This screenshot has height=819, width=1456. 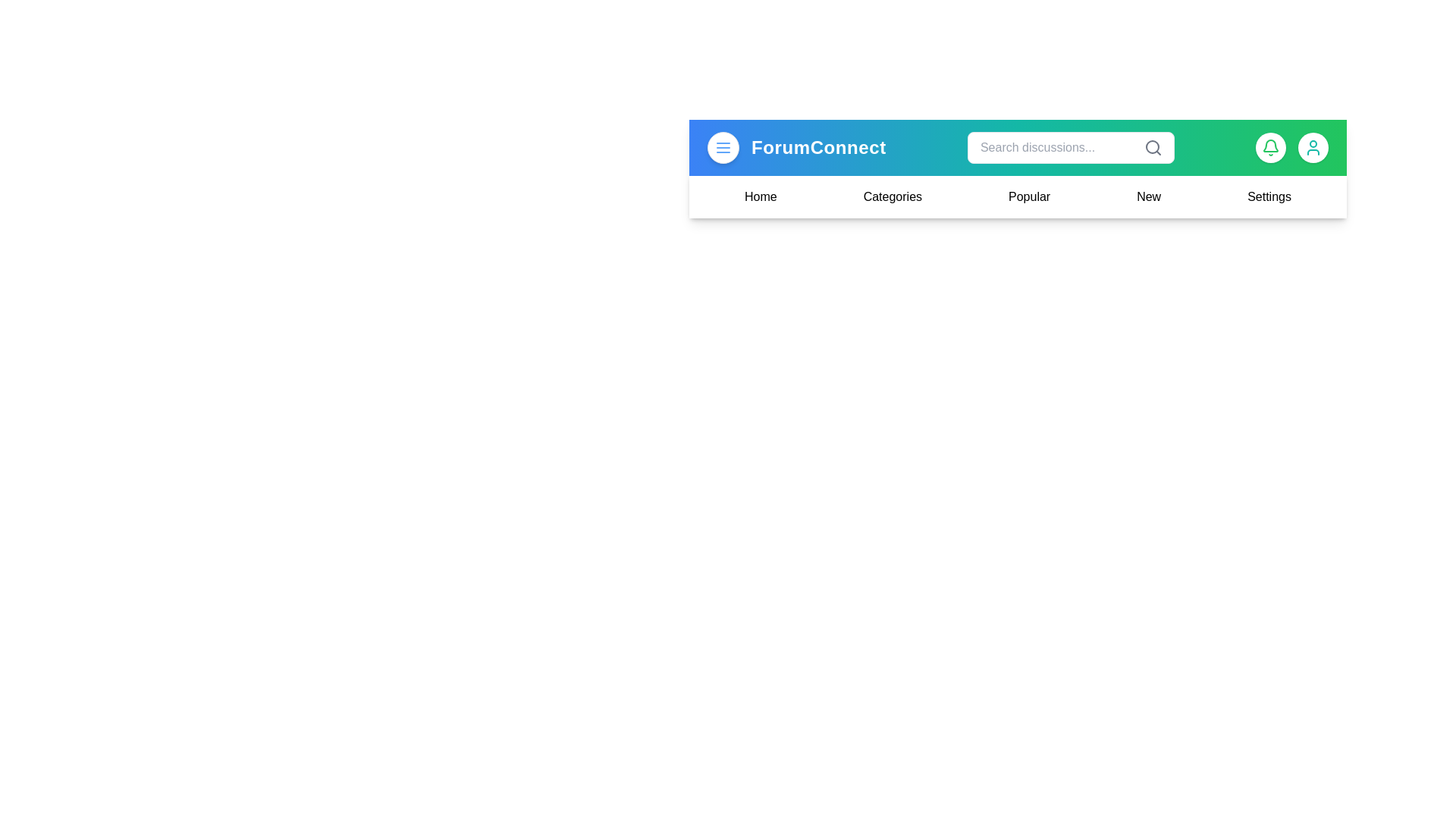 I want to click on the user profile button to access user settings, so click(x=1313, y=148).